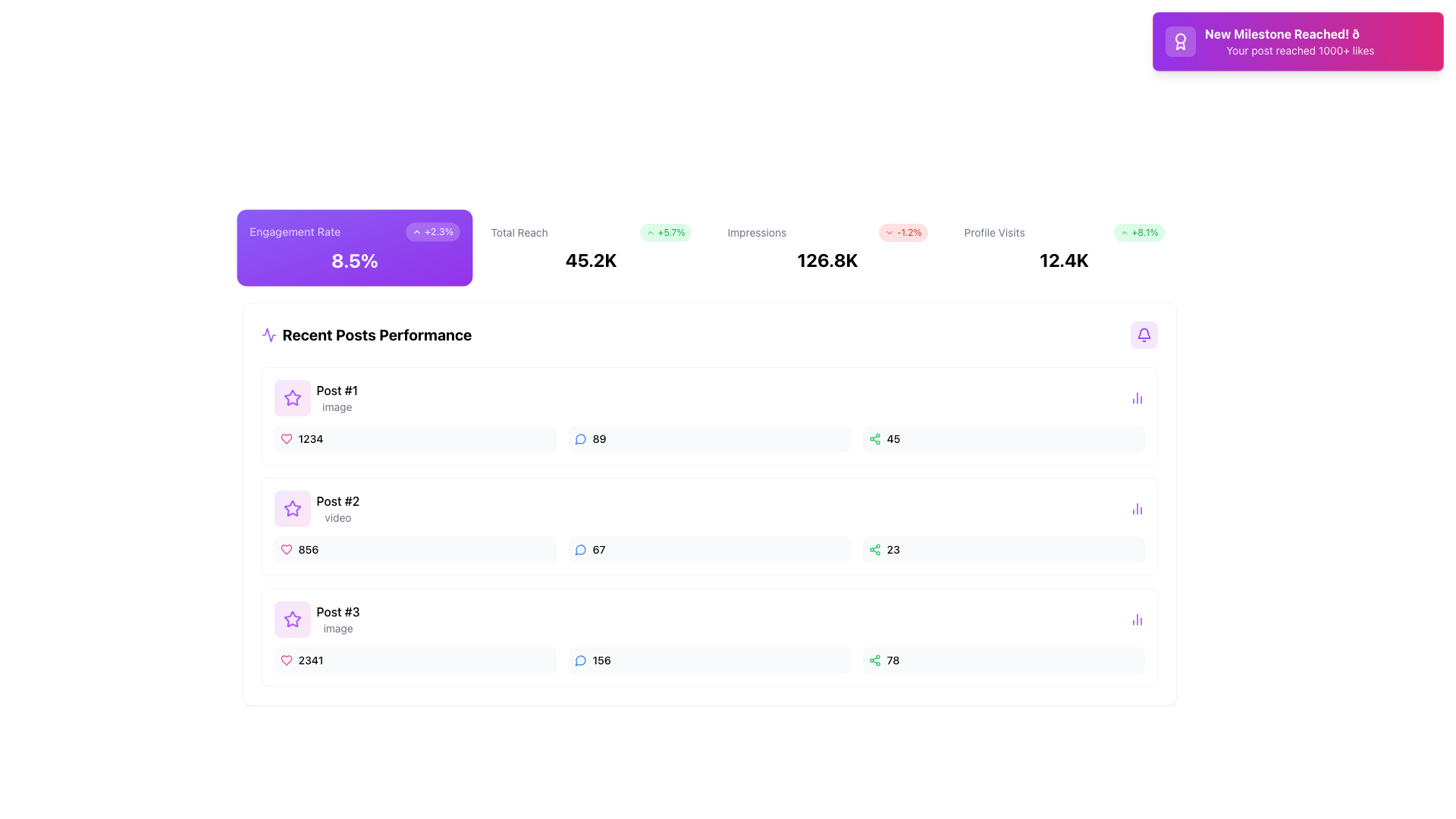  Describe the element at coordinates (309, 660) in the screenshot. I see `numeric statistic displayed in the Text label associated with 'Post #3' in the 'Recent Posts Performance' section, which is located to the right of a pink heart icon` at that location.